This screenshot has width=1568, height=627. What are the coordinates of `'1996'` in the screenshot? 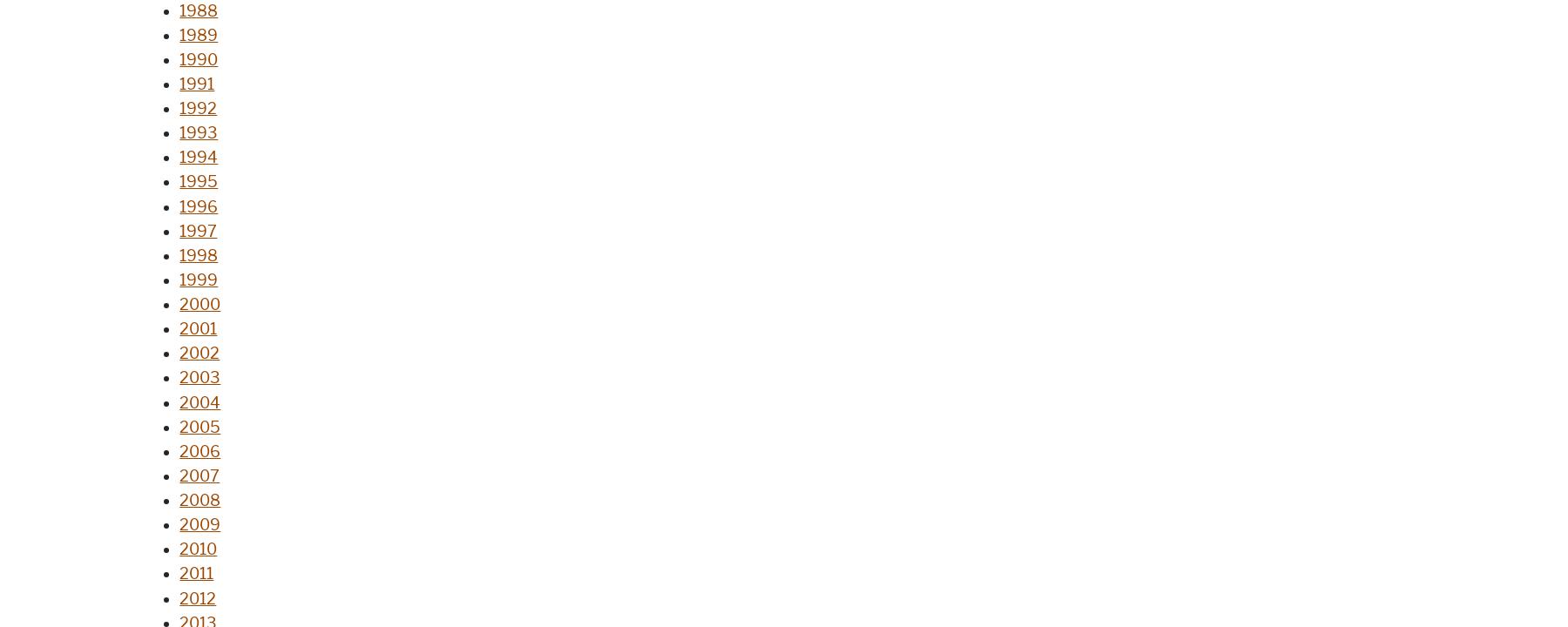 It's located at (198, 206).